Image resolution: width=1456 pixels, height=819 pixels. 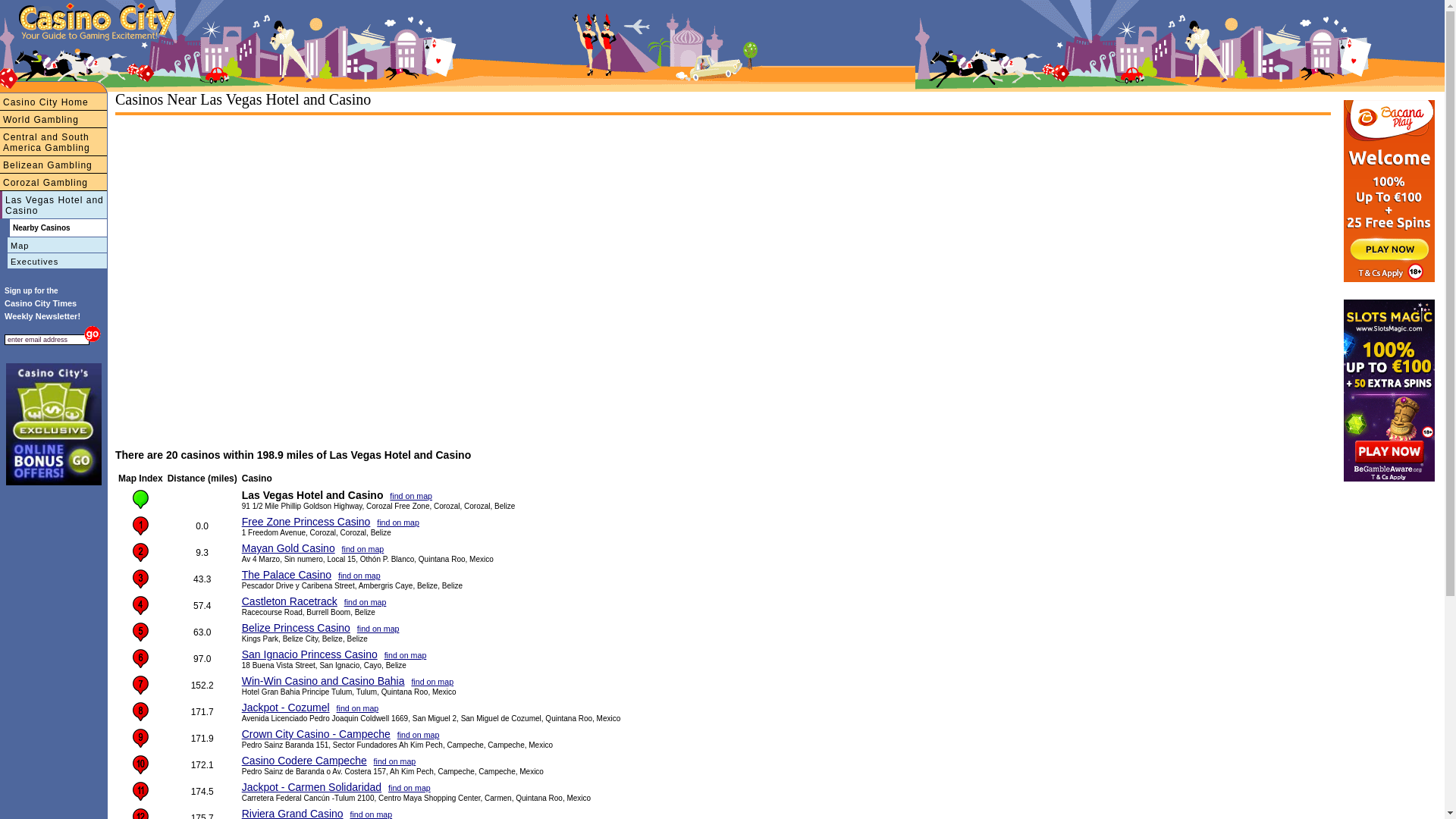 I want to click on 'San Ignacio Princess Casino', so click(x=240, y=654).